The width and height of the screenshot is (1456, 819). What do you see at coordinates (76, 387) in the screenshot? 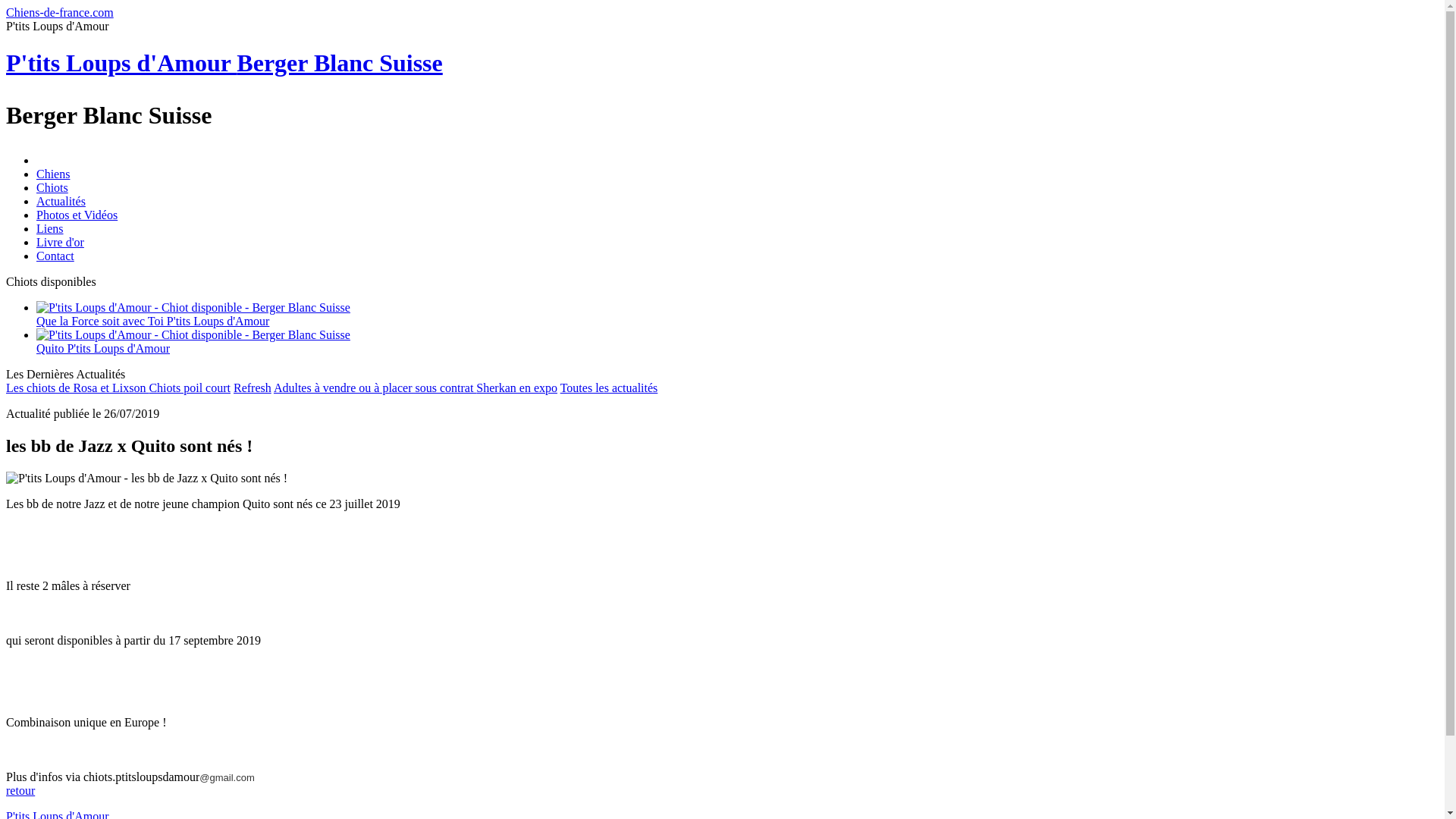
I see `'Les chiots de Rosa et Lixson'` at bounding box center [76, 387].